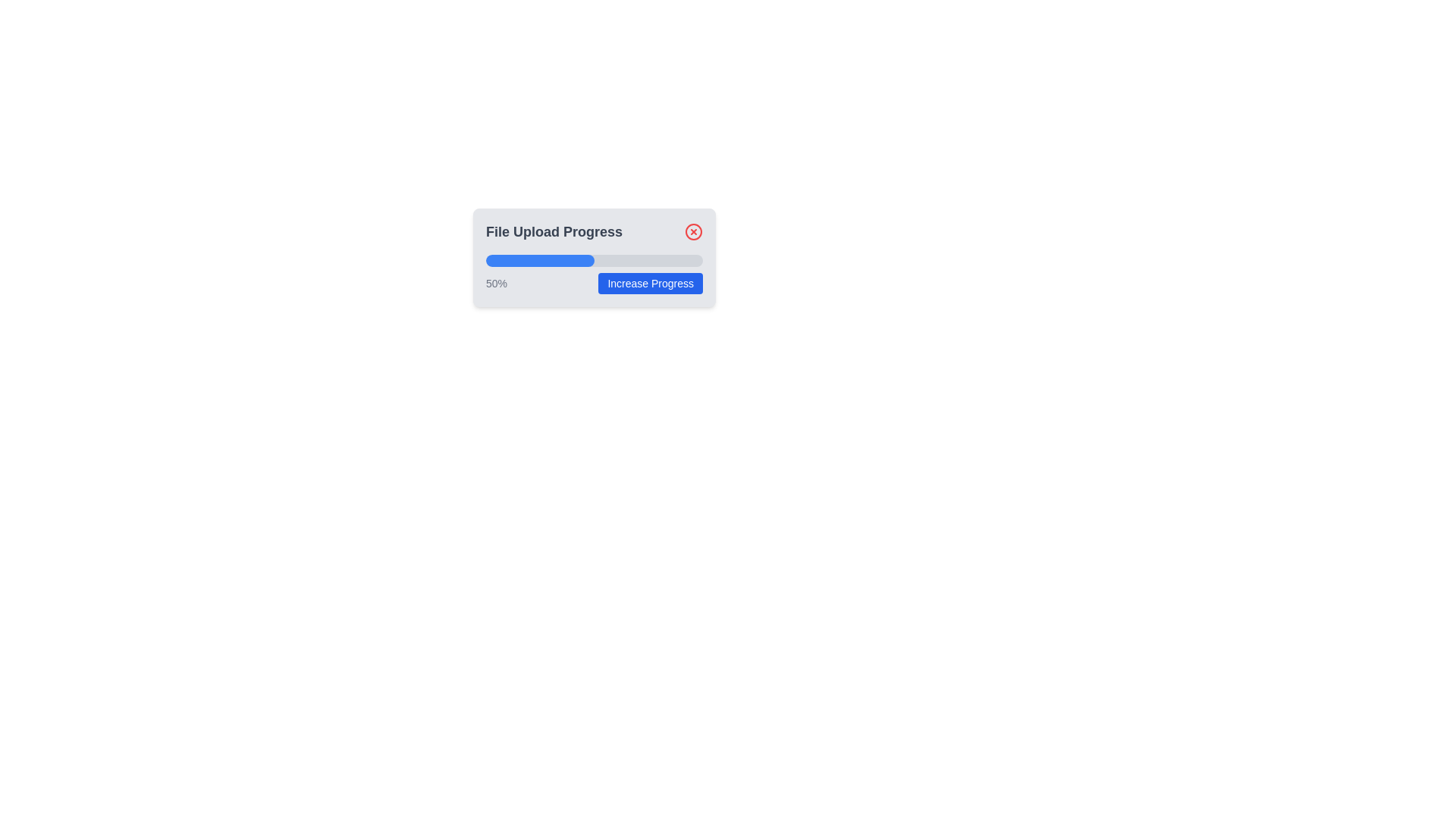 The width and height of the screenshot is (1456, 819). Describe the element at coordinates (540, 259) in the screenshot. I see `the progress bar indicating 50% completion of the file upload progress, located in the middle of the card interface under the text 'File Upload Progress'` at that location.